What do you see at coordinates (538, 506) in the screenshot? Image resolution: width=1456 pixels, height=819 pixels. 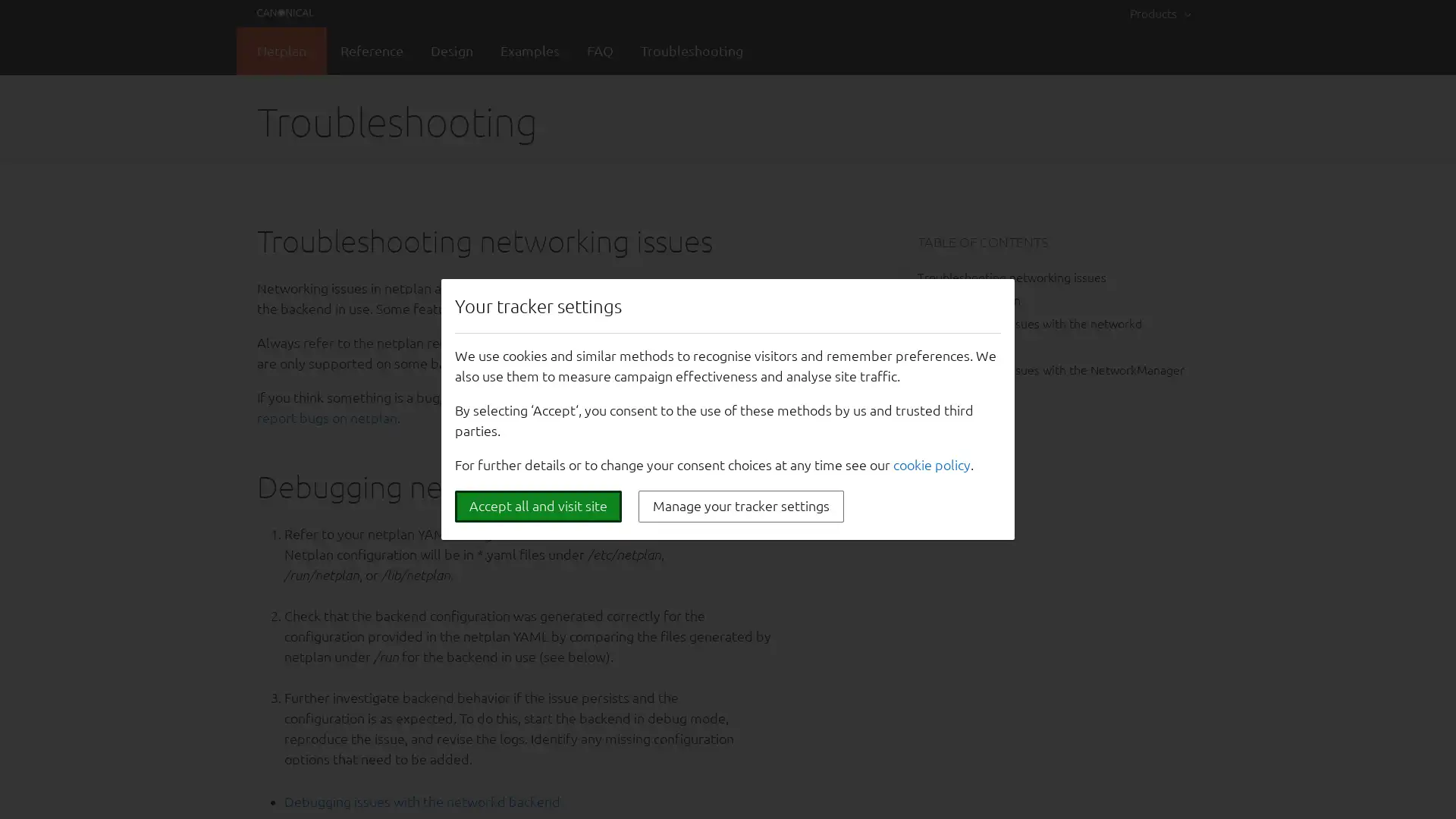 I see `Accept all and visit site` at bounding box center [538, 506].